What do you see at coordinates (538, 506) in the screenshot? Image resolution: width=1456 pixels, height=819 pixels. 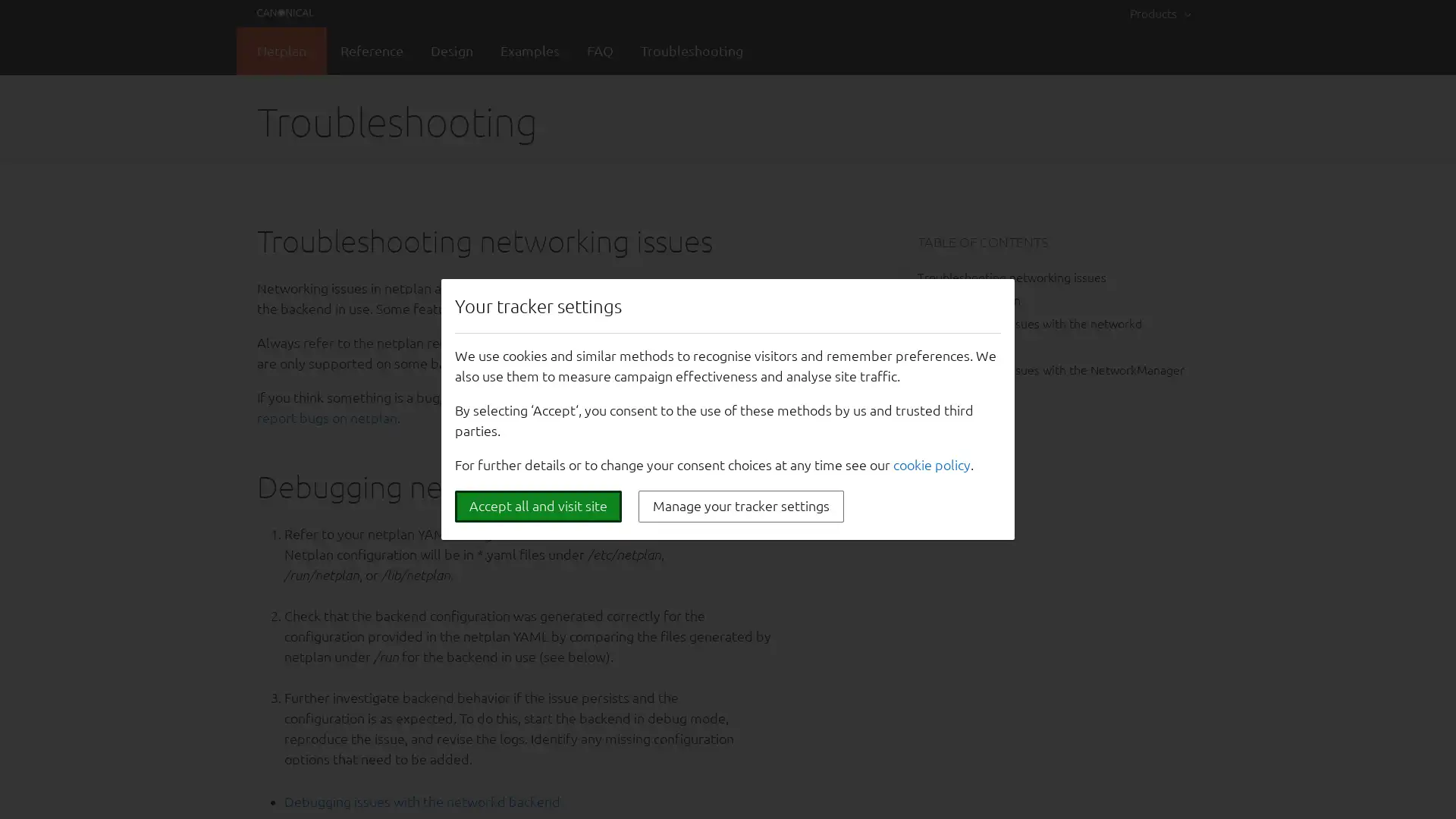 I see `Accept all and visit site` at bounding box center [538, 506].